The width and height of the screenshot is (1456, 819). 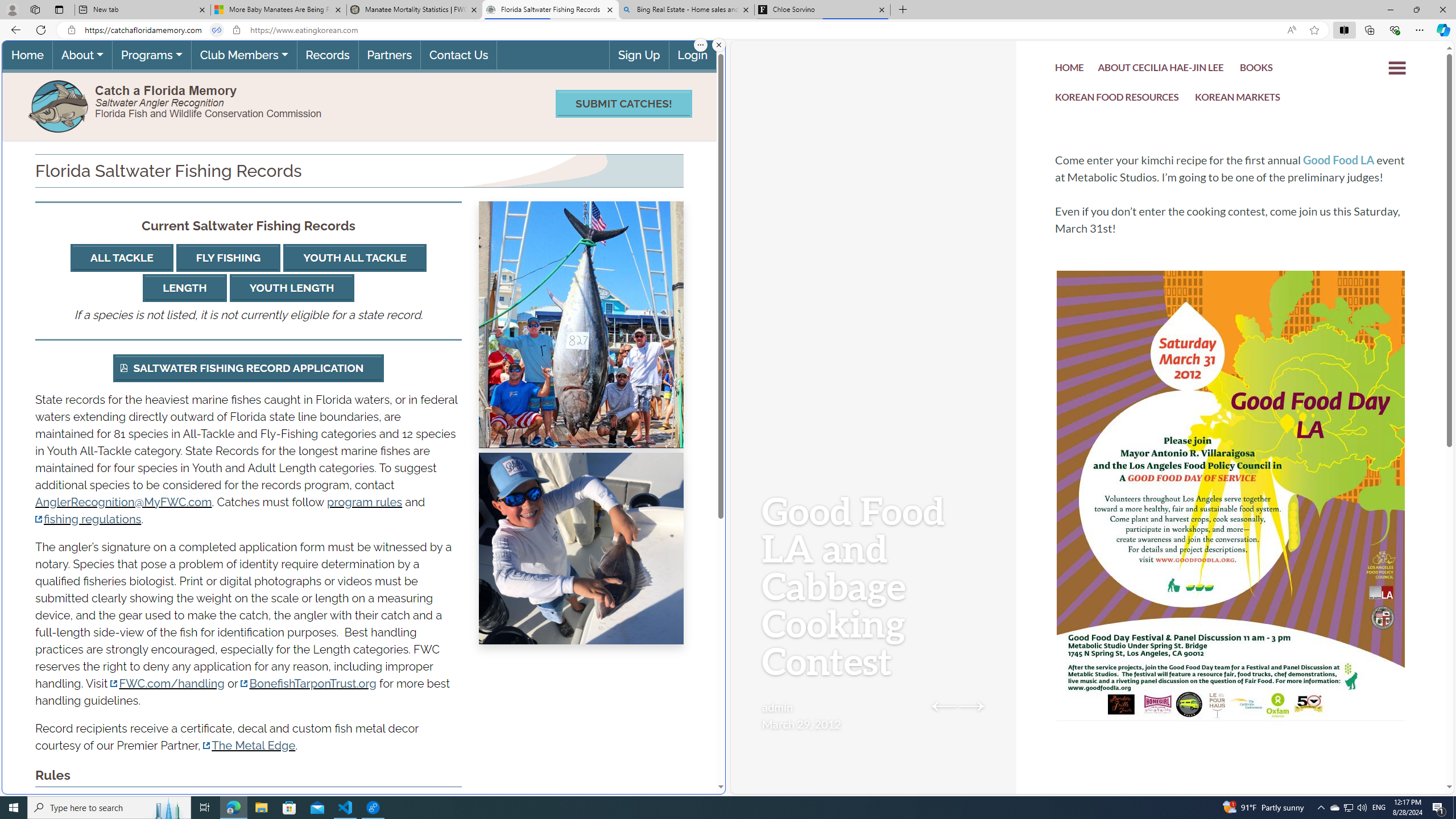 What do you see at coordinates (291, 287) in the screenshot?
I see `'YOUTH LENGTH'` at bounding box center [291, 287].